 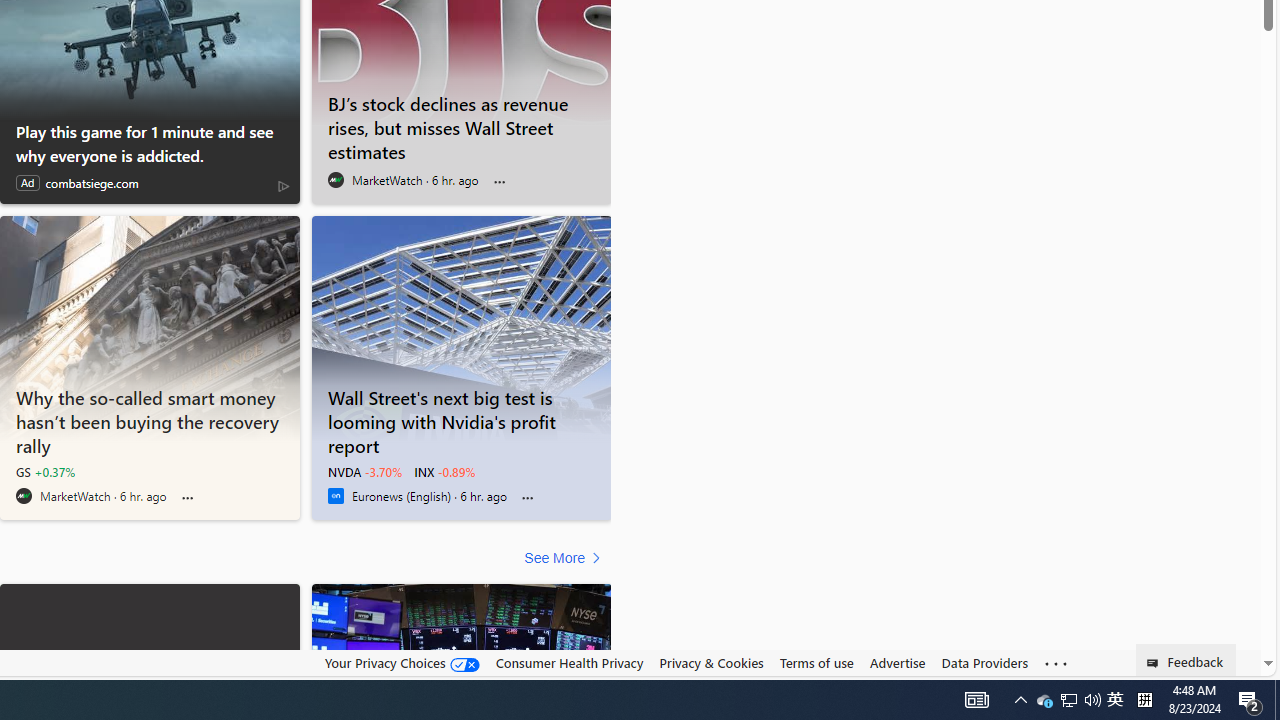 I want to click on 'GS +0.37%', so click(x=45, y=471).